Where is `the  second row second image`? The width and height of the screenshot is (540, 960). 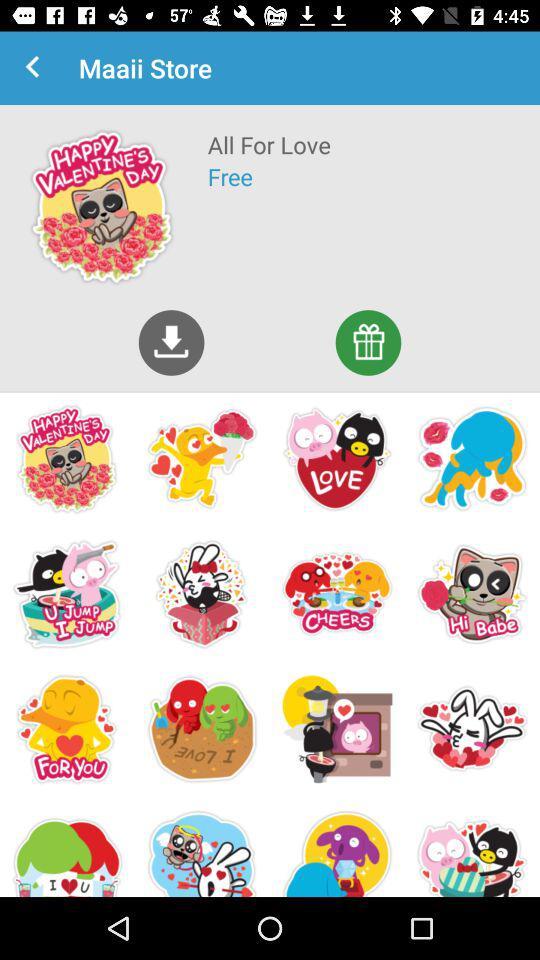
the  second row second image is located at coordinates (202, 594).